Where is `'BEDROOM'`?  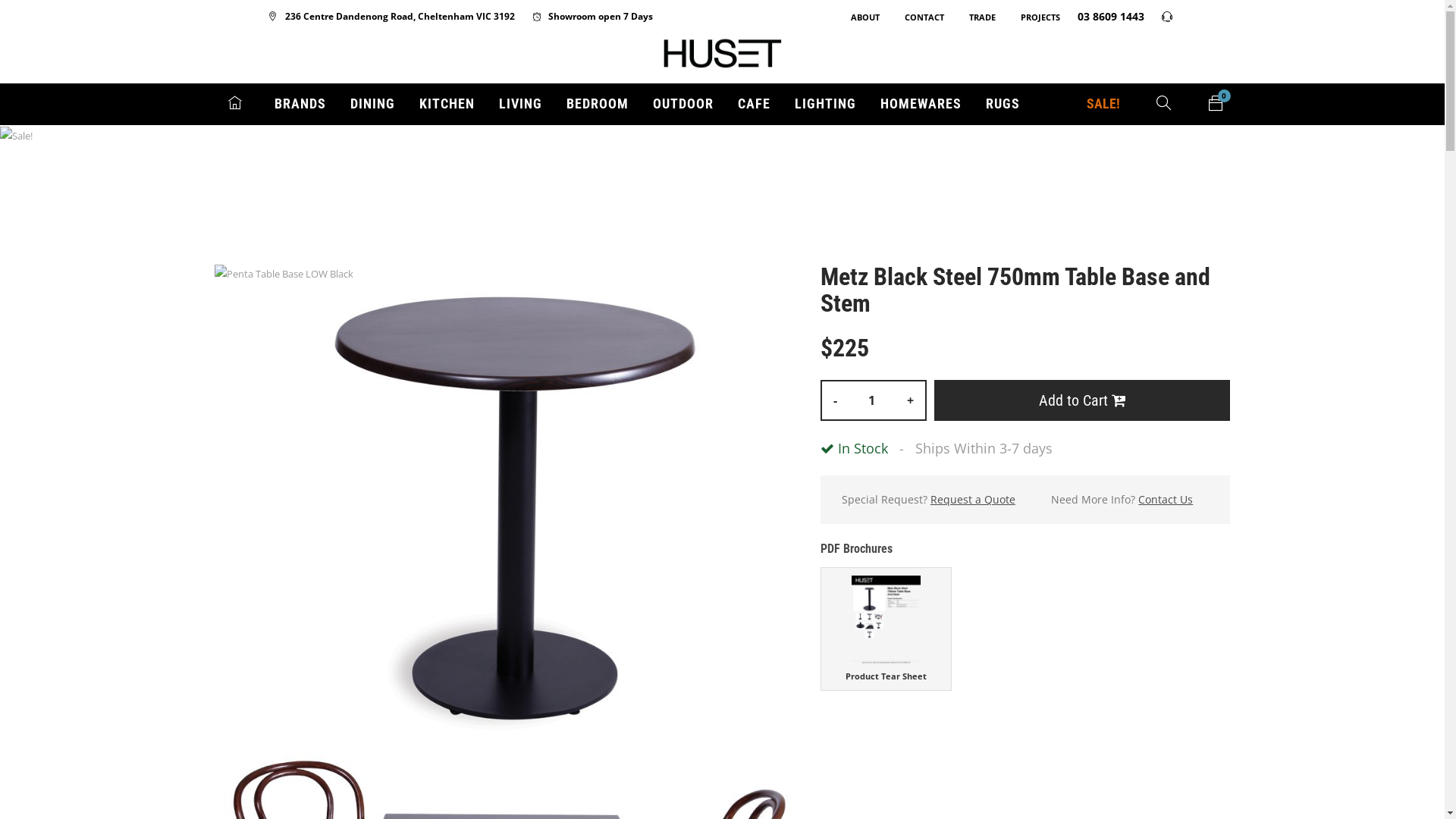 'BEDROOM' is located at coordinates (596, 103).